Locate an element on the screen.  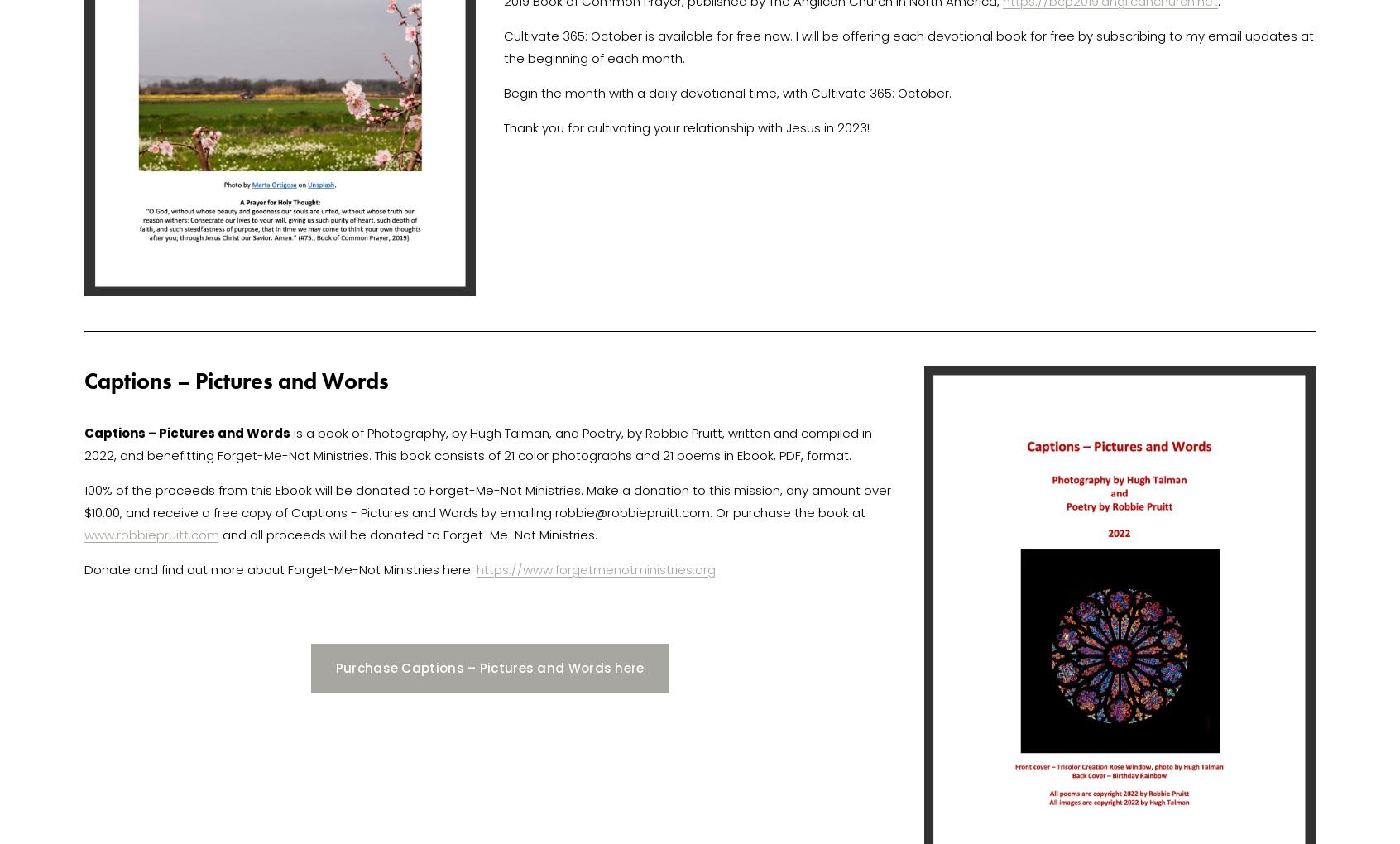
'is a book of Photography, by Hugh Talman, and Poetry, by Robbie Pruitt, written and compiled in 2022, and benefitting Forget-Me-Not Ministries. This book consists of 21 color photographs and 21 poems in Ebook, PDF, format.' is located at coordinates (478, 443).